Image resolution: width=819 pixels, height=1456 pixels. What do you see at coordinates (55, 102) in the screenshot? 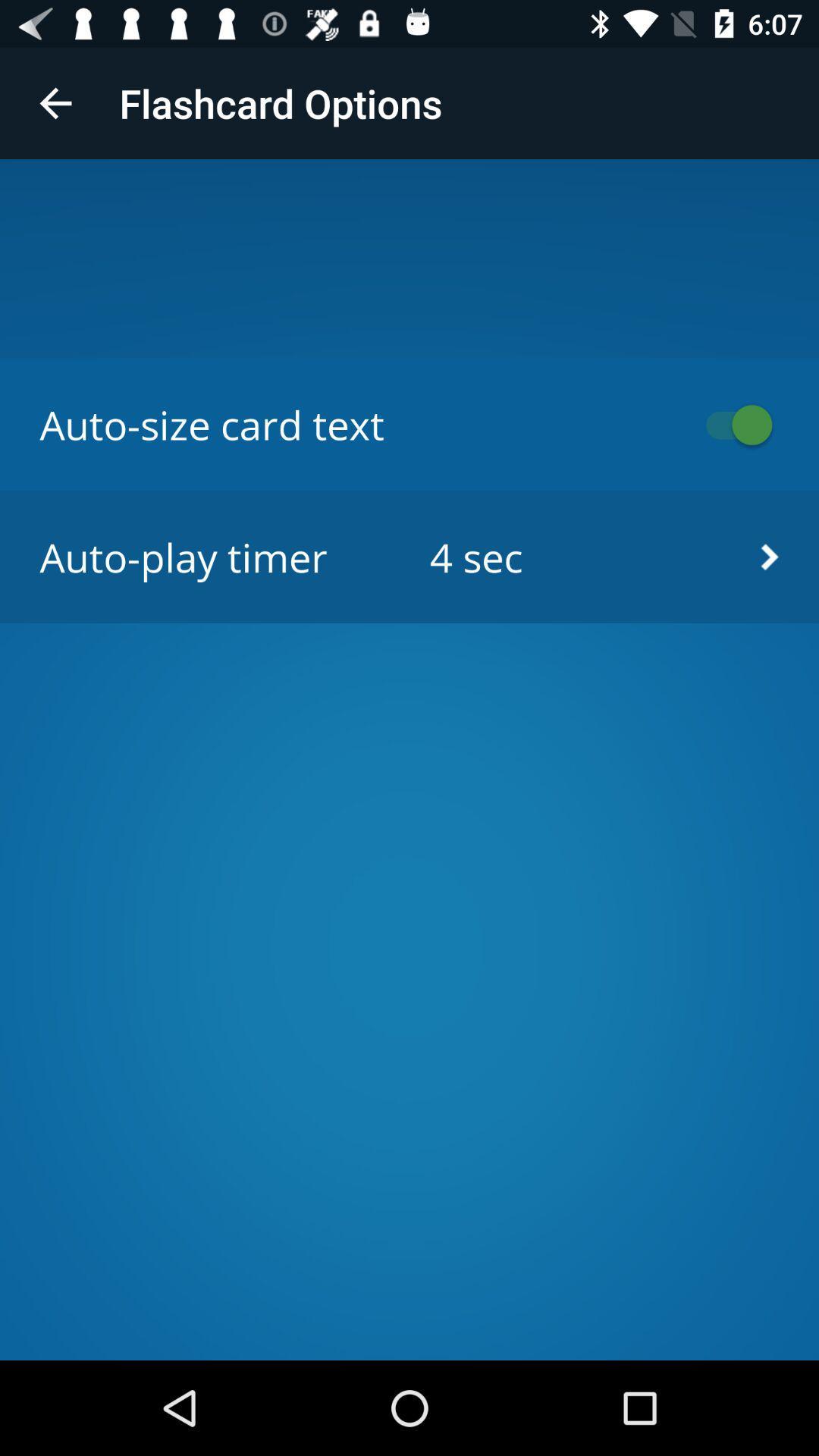
I see `the icon next to flashcard options` at bounding box center [55, 102].